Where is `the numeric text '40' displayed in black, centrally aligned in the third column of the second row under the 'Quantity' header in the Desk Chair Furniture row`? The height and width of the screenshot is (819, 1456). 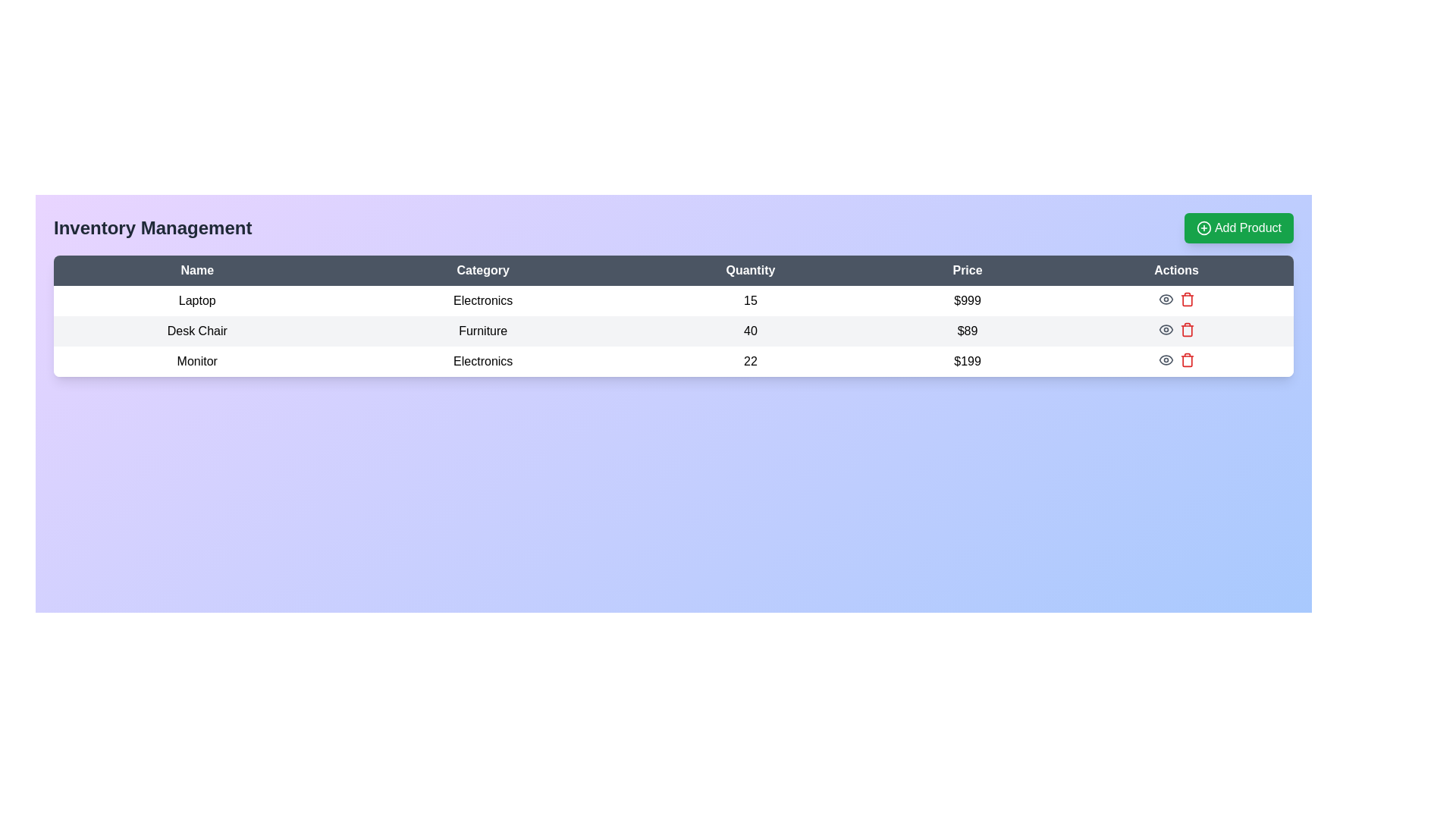
the numeric text '40' displayed in black, centrally aligned in the third column of the second row under the 'Quantity' header in the Desk Chair Furniture row is located at coordinates (750, 330).